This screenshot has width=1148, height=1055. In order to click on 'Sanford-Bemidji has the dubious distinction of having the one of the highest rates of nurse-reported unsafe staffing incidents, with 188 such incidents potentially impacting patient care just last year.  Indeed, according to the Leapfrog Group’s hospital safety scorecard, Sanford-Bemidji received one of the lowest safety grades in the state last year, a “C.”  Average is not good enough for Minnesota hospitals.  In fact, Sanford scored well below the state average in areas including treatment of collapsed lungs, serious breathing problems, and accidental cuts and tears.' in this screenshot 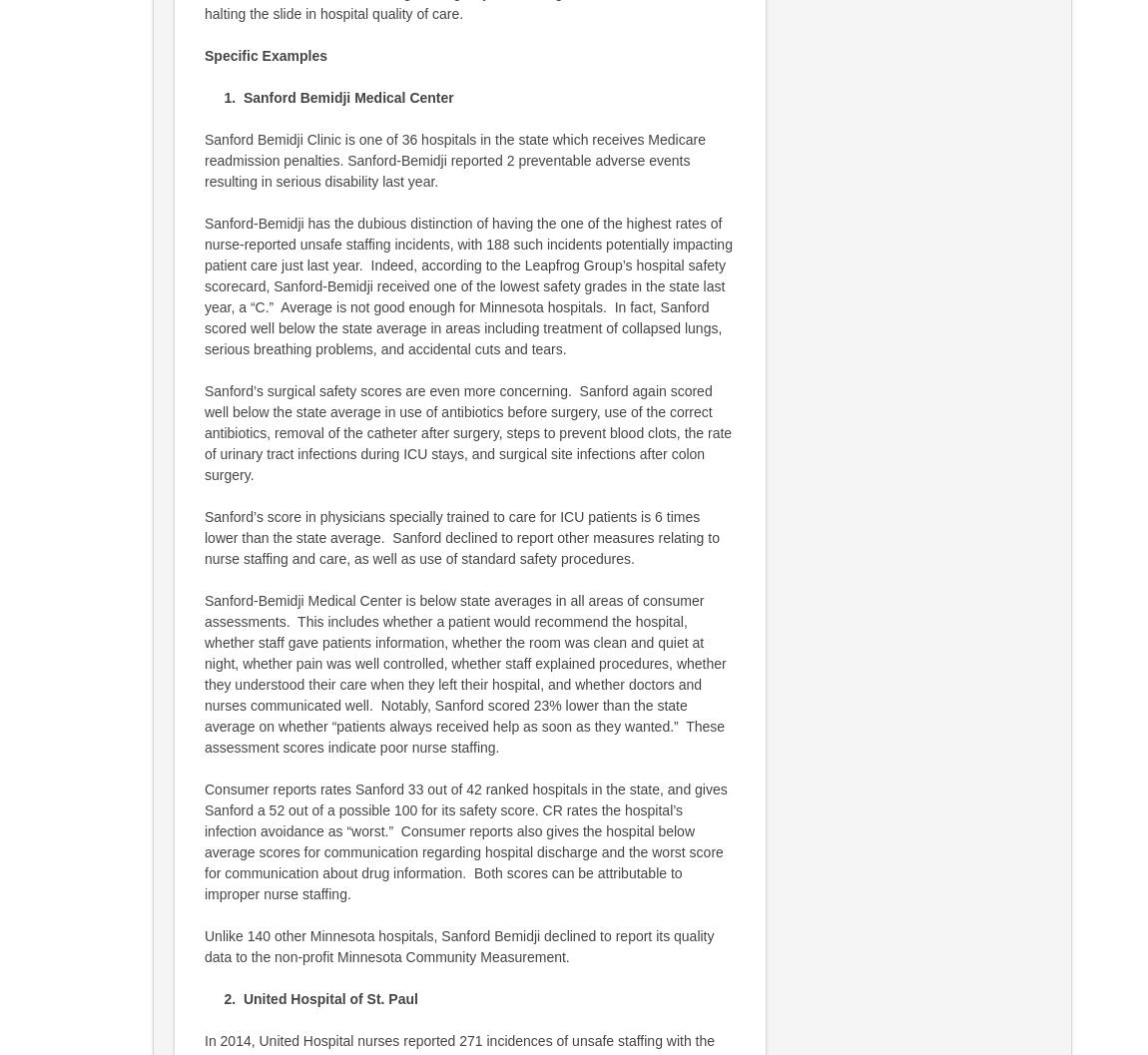, I will do `click(467, 284)`.